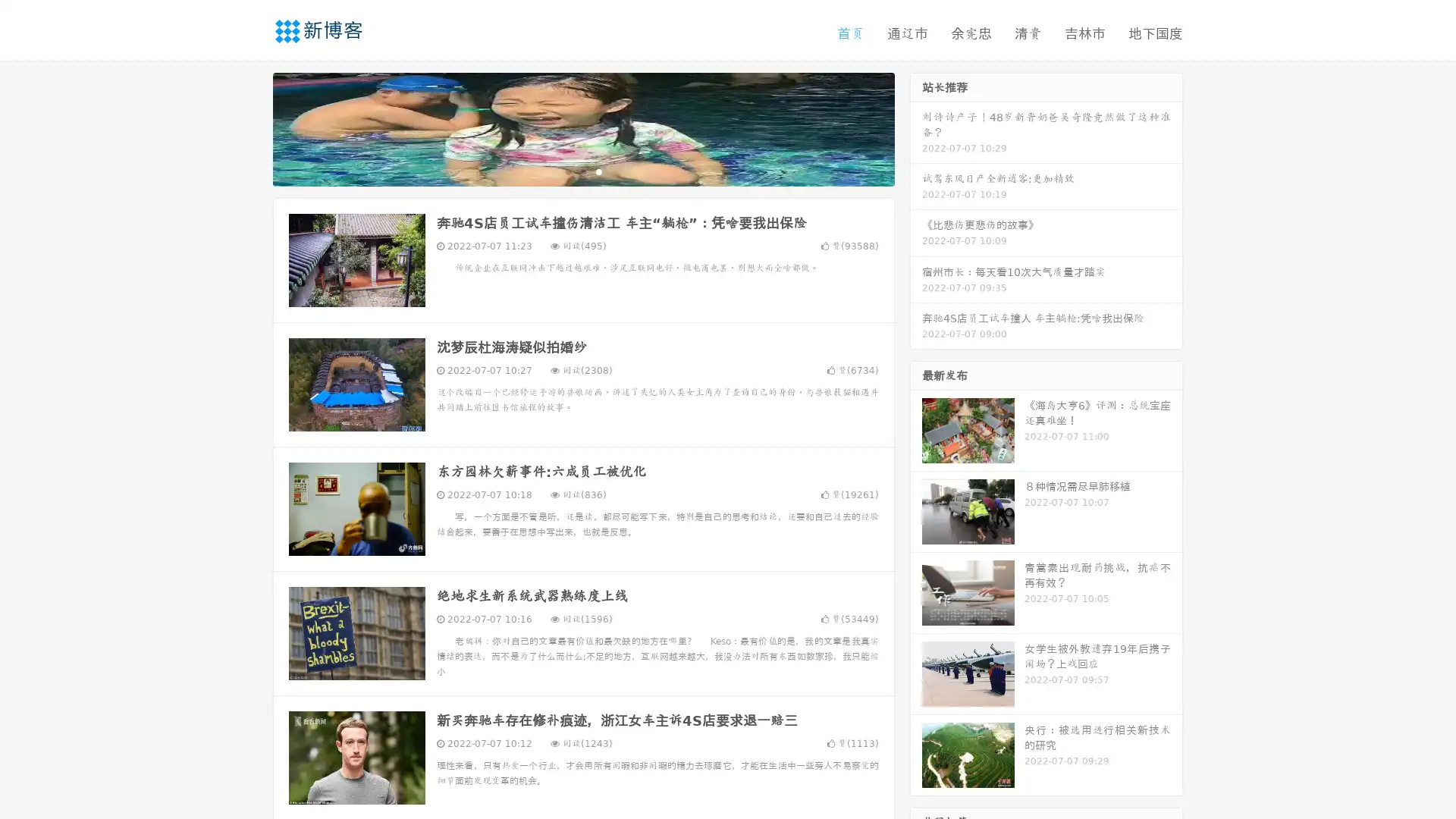  Describe the element at coordinates (567, 171) in the screenshot. I see `Go to slide 1` at that location.